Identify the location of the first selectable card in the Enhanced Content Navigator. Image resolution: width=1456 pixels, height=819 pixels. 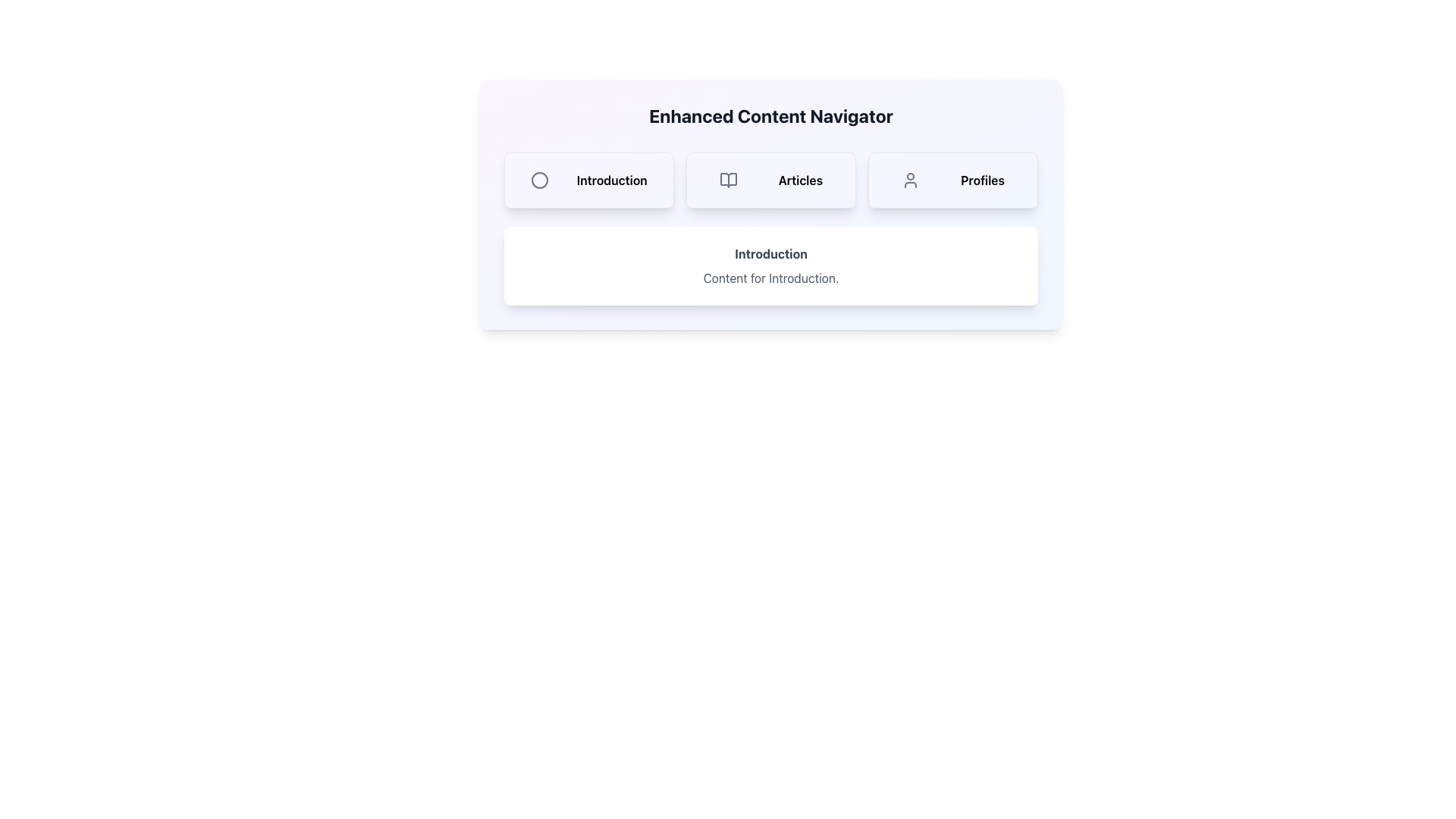
(588, 180).